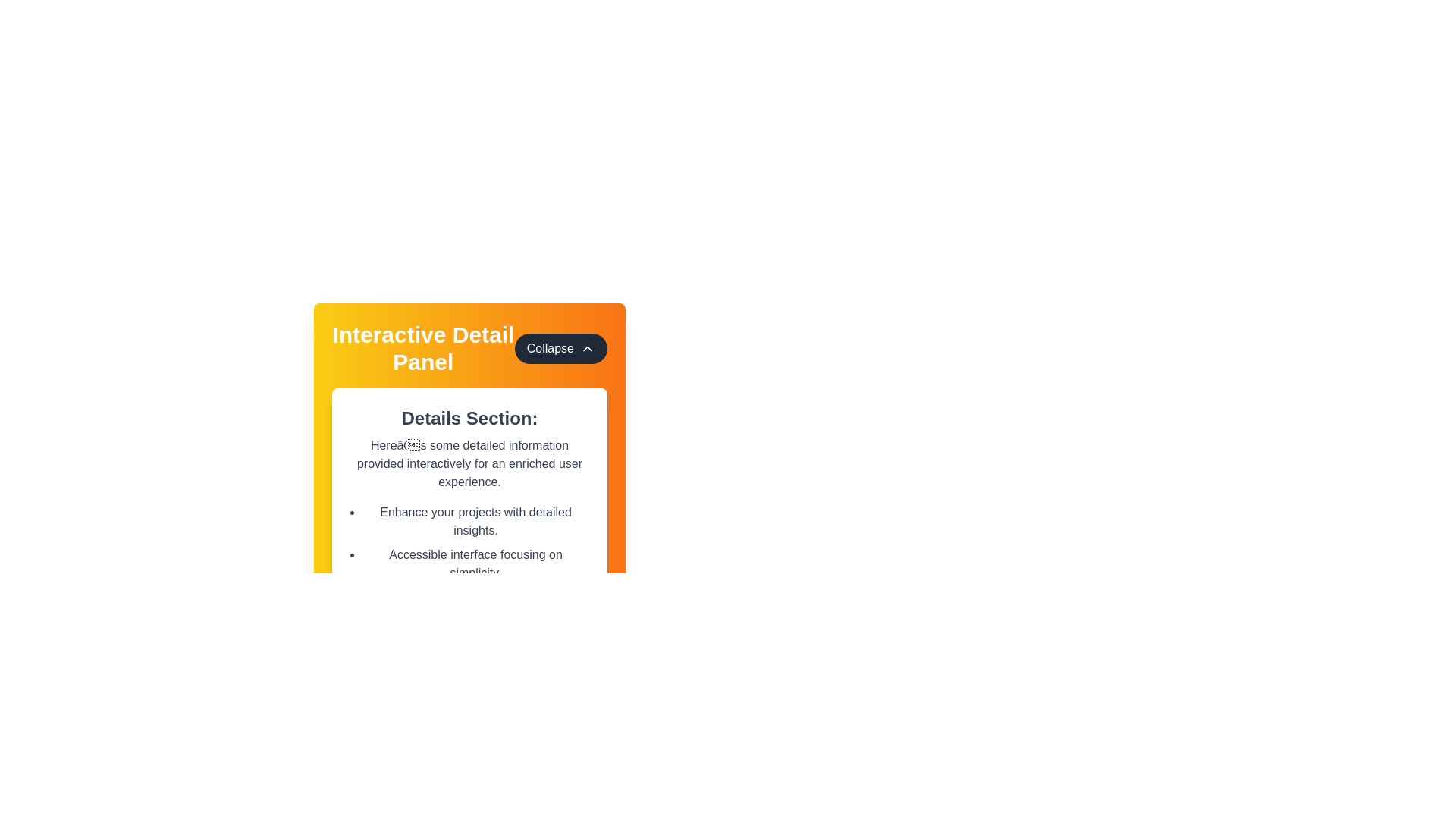  Describe the element at coordinates (475, 564) in the screenshot. I see `the second textual list item in the 'Interactive Detail Panel' that describes an accessible interface, positioned between 'Enhance your projects with detailed insights.' and 'Dynamic interactions improve engagement.'` at that location.